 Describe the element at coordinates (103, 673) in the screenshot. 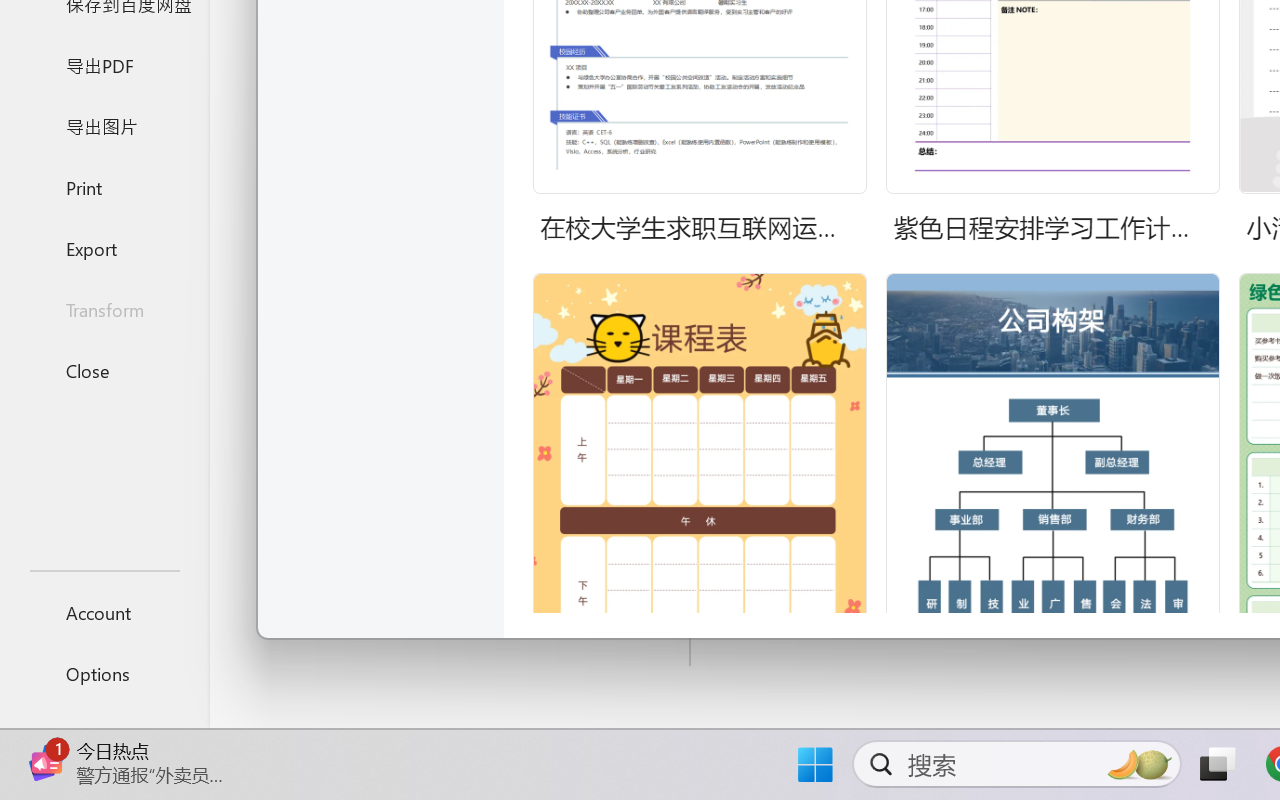

I see `'Options'` at that location.